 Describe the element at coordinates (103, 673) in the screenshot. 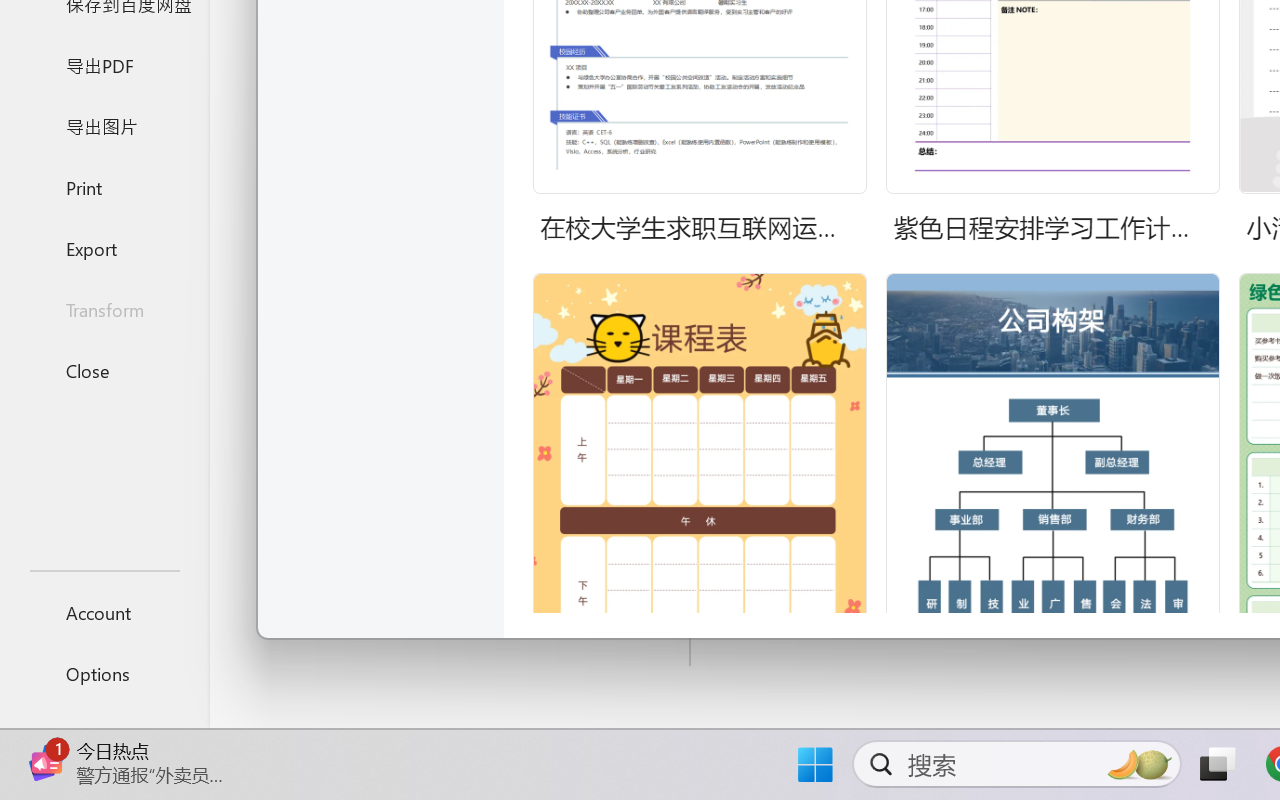

I see `'Options'` at that location.